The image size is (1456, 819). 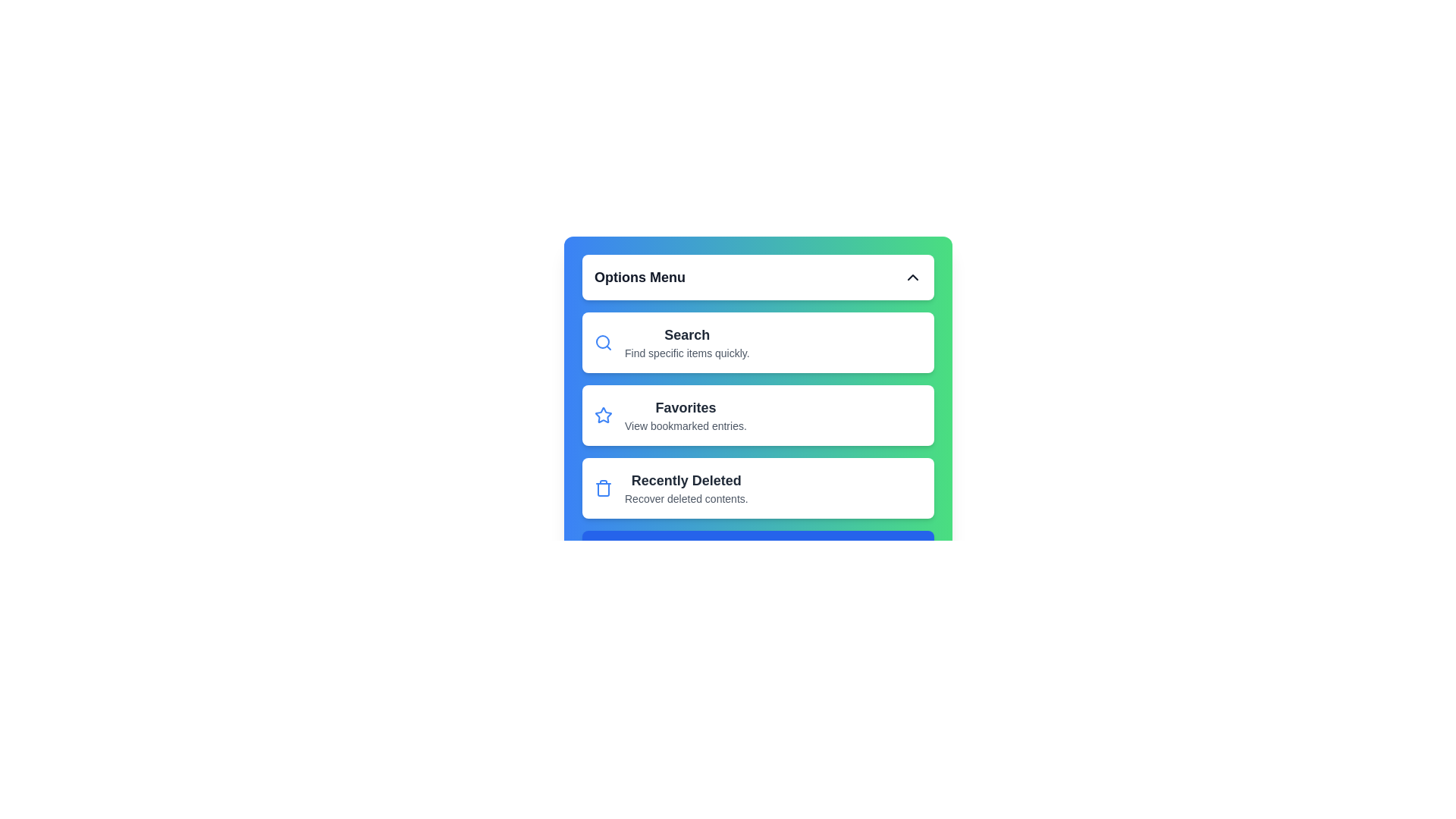 I want to click on the supplementary text label that provides a description for the 'Search' feature, located directly below the 'Search' text element in the top section of the vertically stacked menu list, so click(x=686, y=353).